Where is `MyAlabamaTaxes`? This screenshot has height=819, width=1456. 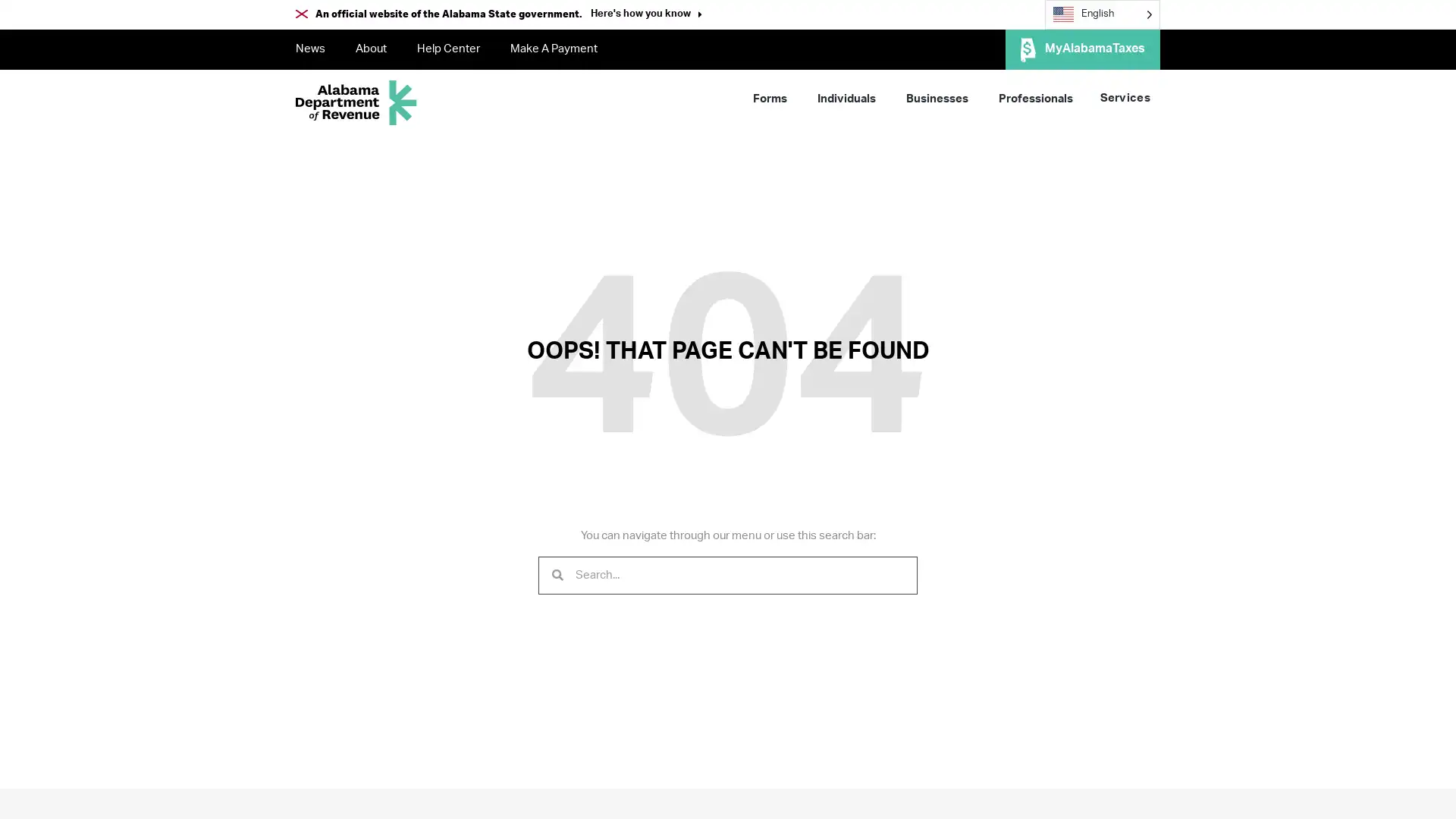
MyAlabamaTaxes is located at coordinates (1082, 49).